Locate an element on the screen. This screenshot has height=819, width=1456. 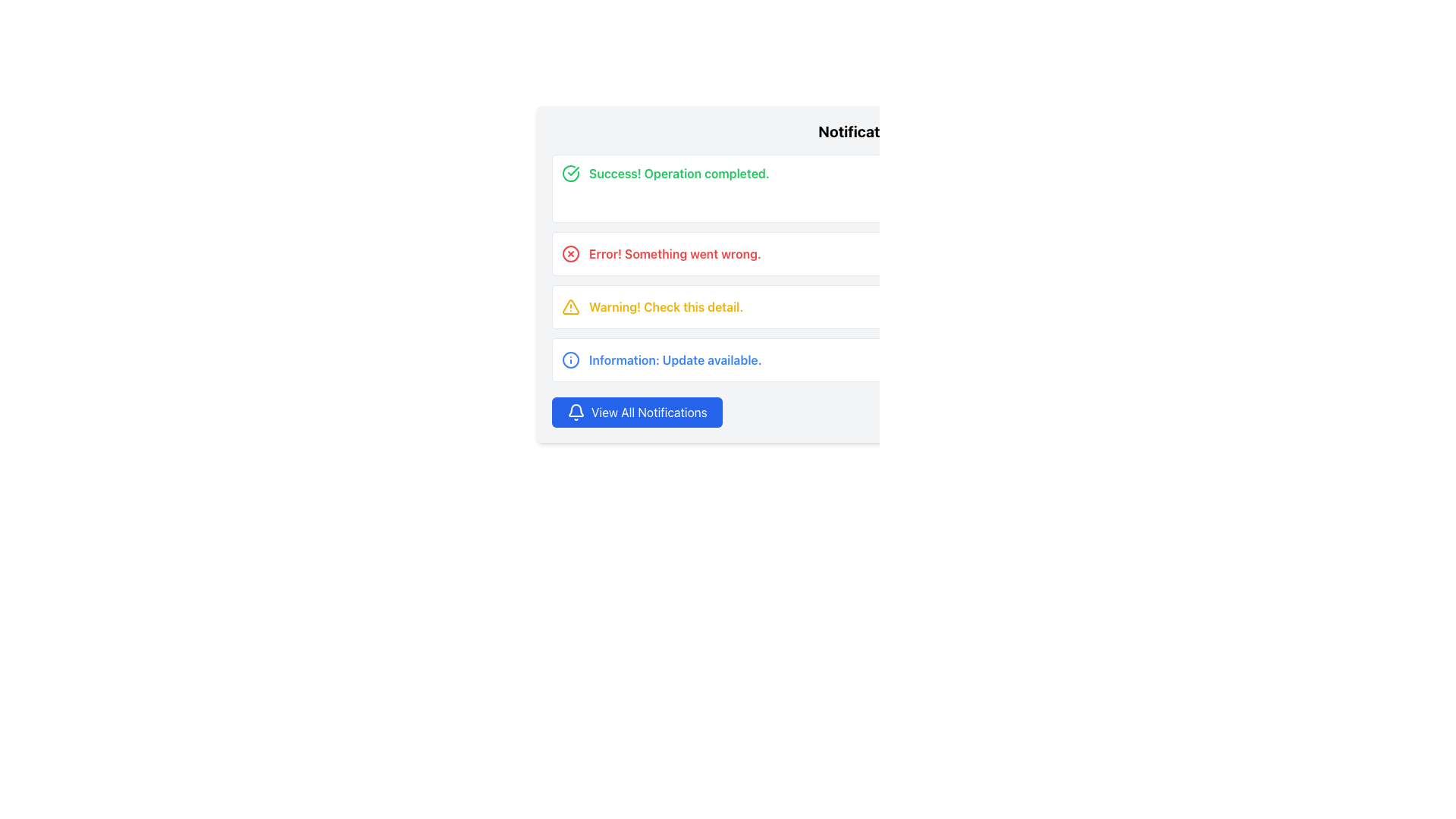
the warning icon in the third notification row, which emphasizes a warning notification with the text 'Warning! Check this detail.' is located at coordinates (570, 307).